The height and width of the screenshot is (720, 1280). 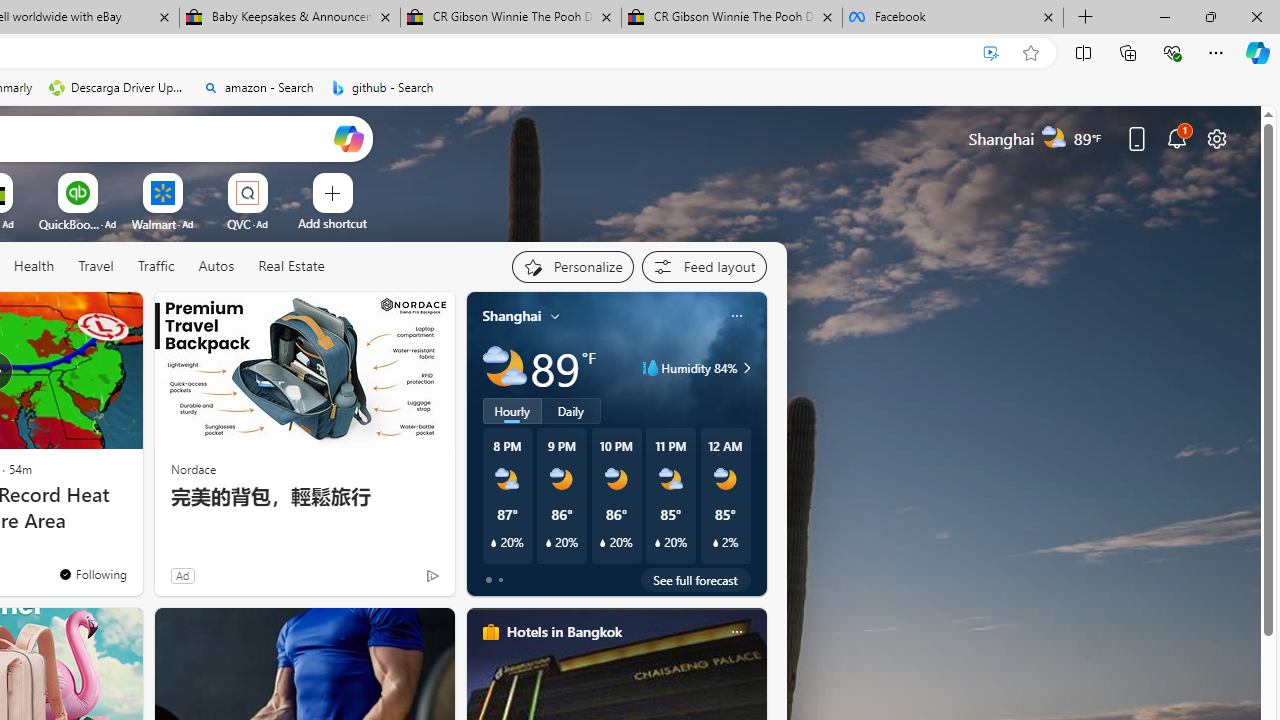 I want to click on 'Class: icon-img', so click(x=735, y=632).